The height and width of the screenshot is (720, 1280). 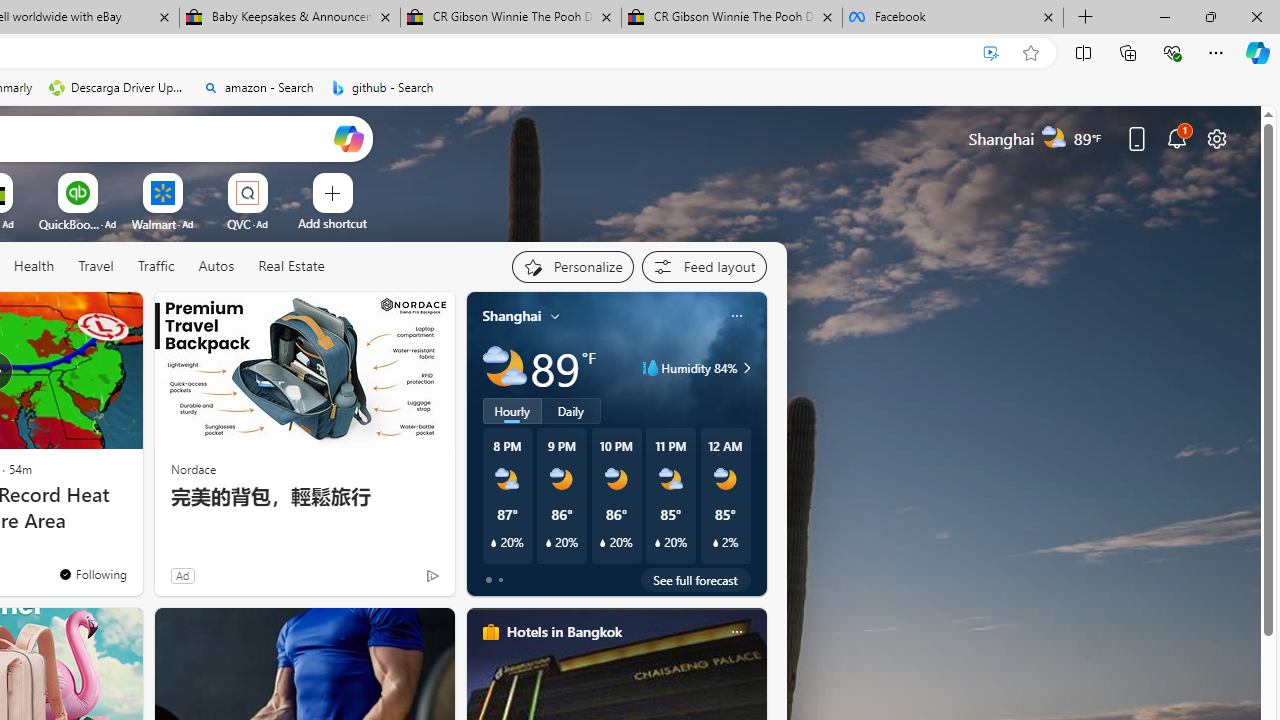 I want to click on 'Class: icon-img', so click(x=735, y=632).